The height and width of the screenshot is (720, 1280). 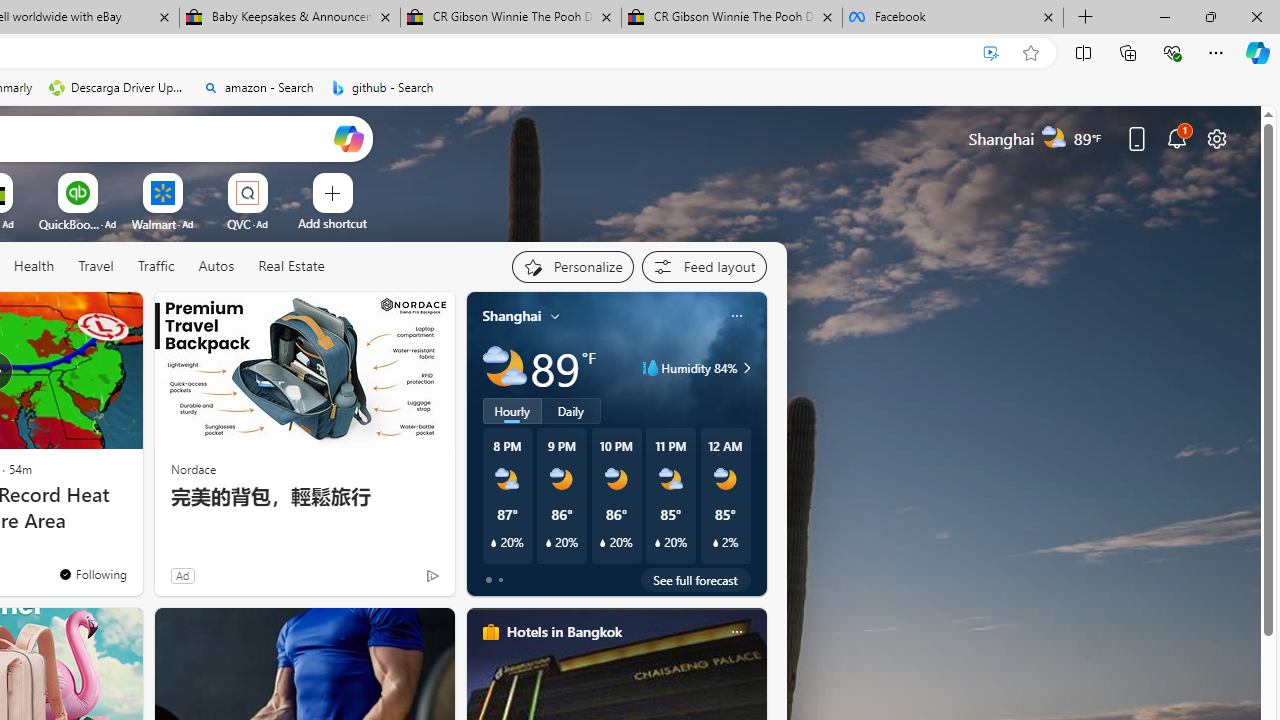 I want to click on 'Class: icon-img', so click(x=735, y=632).